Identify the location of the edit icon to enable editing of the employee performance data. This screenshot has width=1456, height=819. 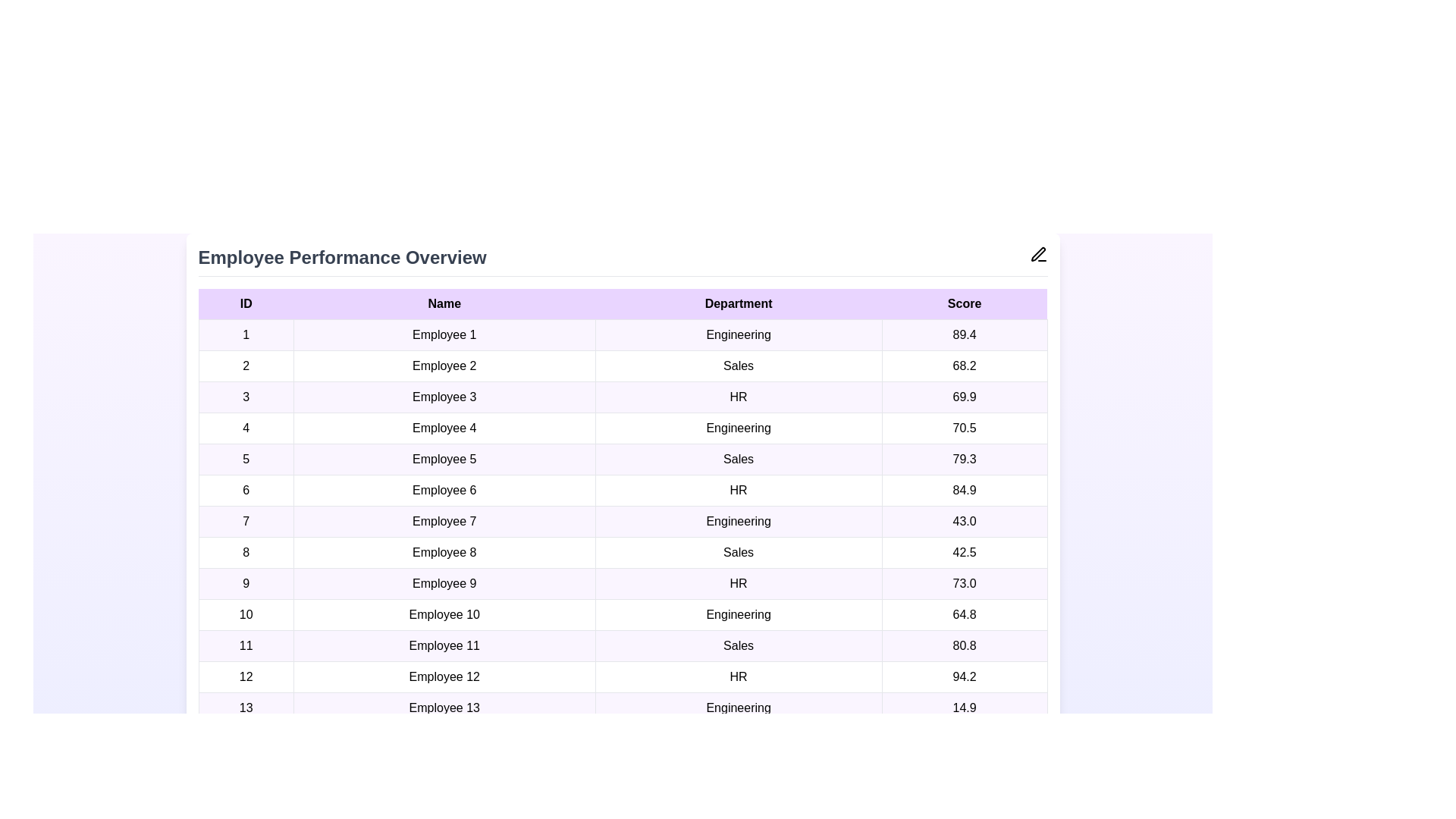
(1037, 253).